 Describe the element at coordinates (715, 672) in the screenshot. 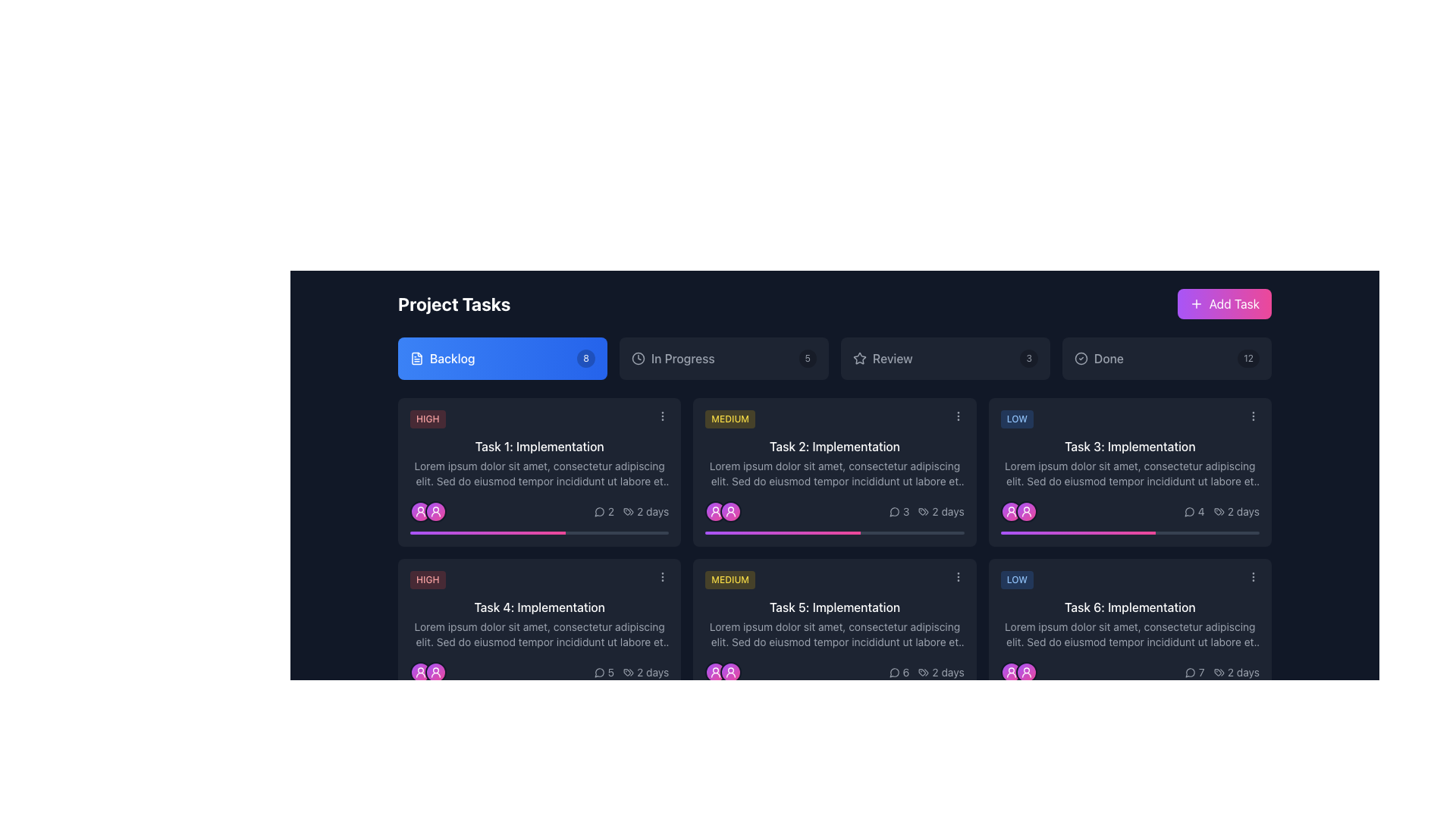

I see `the distinctive circular avatar icon with a gradient background transitioning from purple to pink, located at the bottom-right corner of the 'Task 5: Implementation' card under 'Medium' priority` at that location.